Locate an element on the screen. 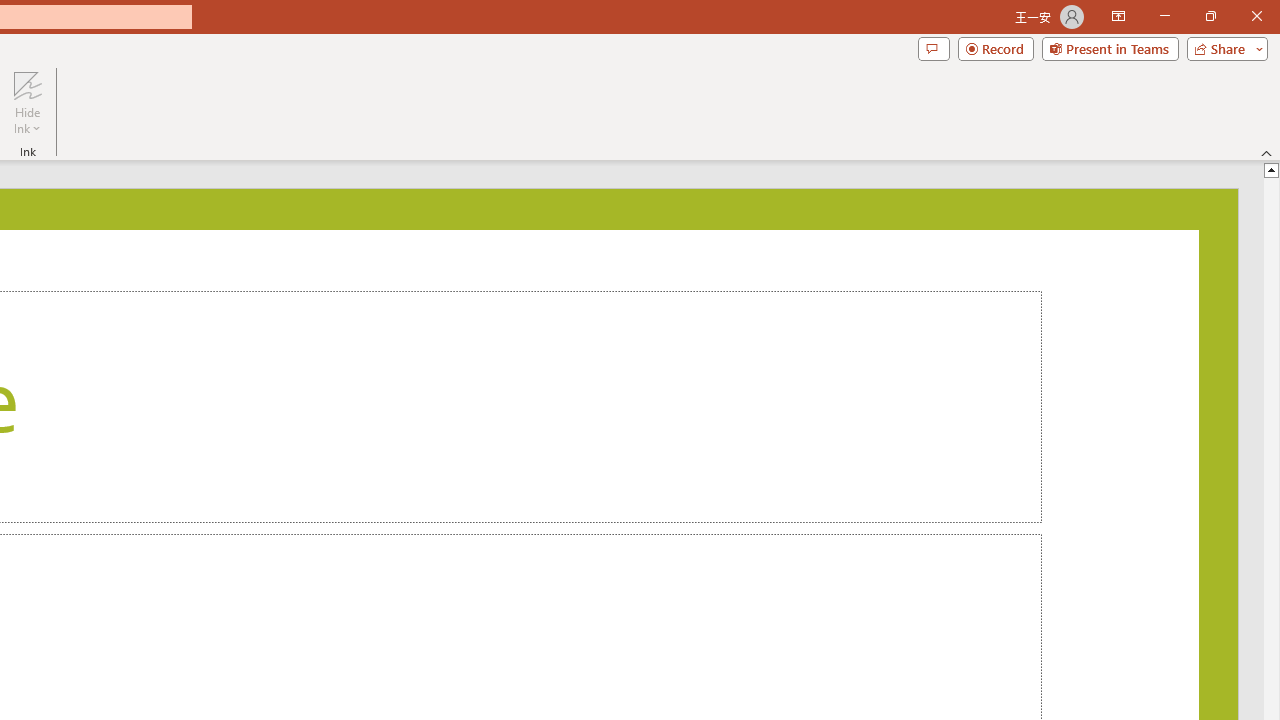 The image size is (1280, 720). 'Hide Ink' is located at coordinates (27, 103).